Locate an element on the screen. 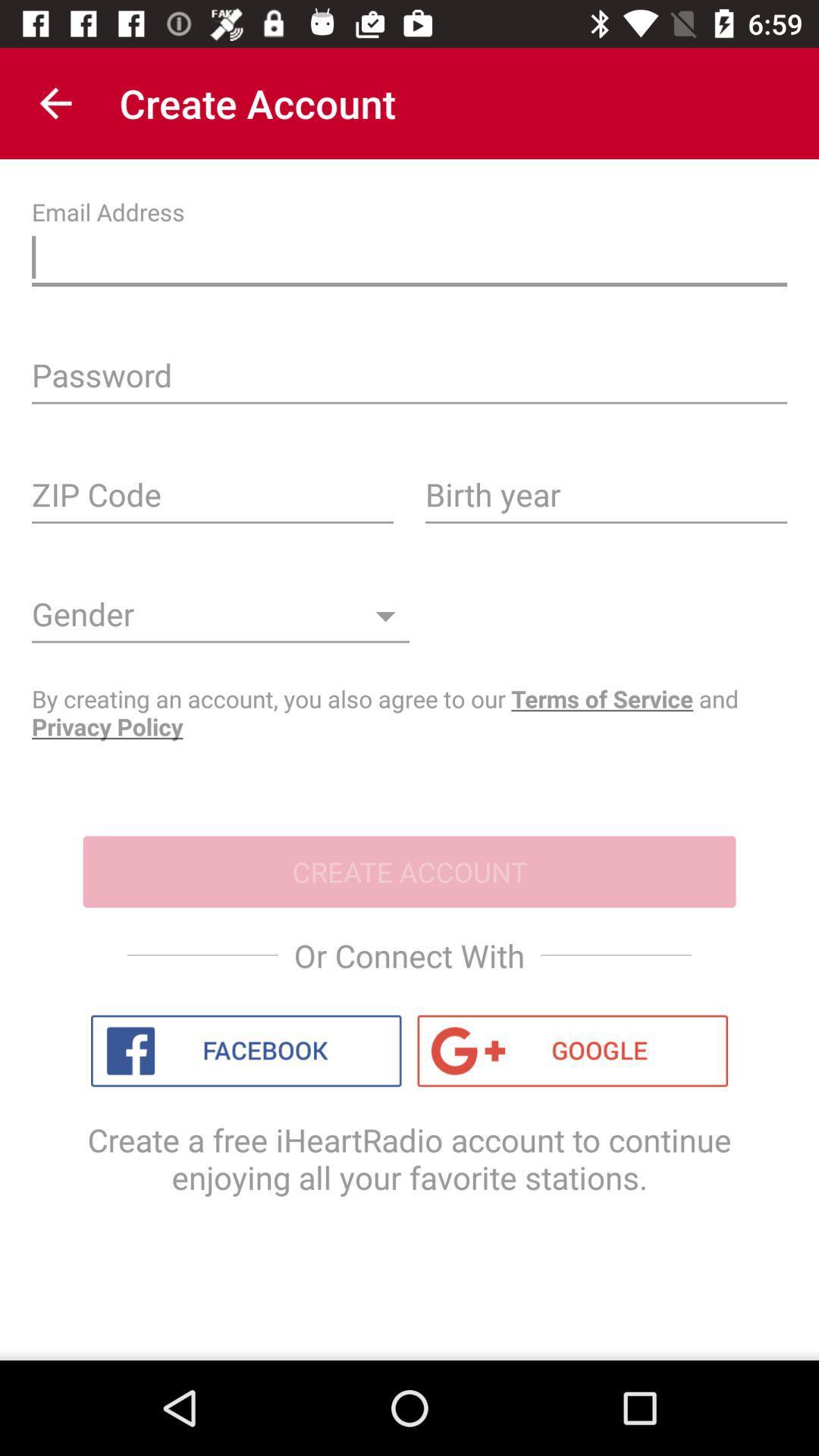 The height and width of the screenshot is (1456, 819). shows facebook option is located at coordinates (245, 1050).